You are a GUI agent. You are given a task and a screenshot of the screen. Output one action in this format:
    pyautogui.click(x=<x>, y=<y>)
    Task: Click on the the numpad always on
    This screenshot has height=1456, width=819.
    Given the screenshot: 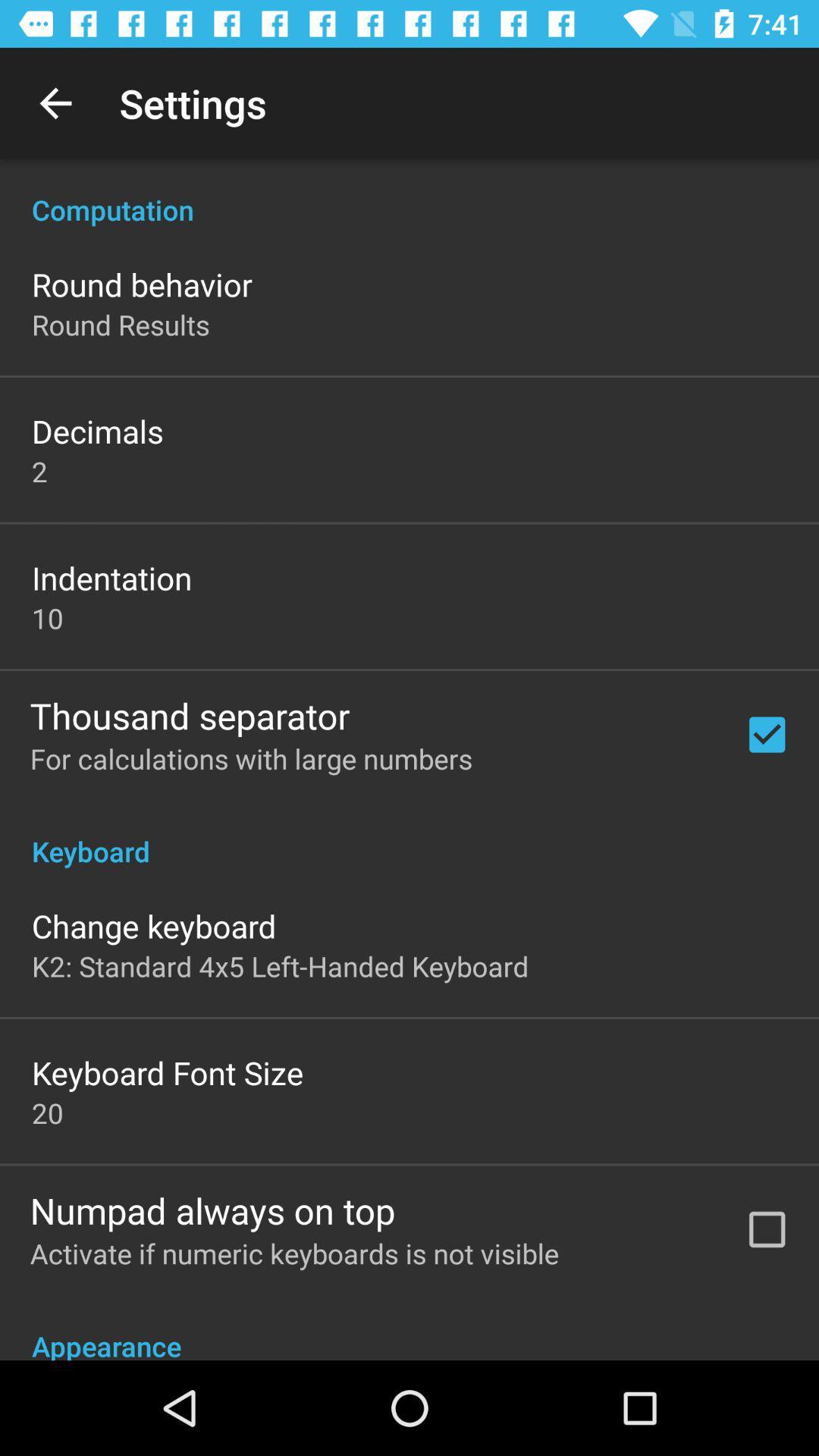 What is the action you would take?
    pyautogui.click(x=212, y=1210)
    